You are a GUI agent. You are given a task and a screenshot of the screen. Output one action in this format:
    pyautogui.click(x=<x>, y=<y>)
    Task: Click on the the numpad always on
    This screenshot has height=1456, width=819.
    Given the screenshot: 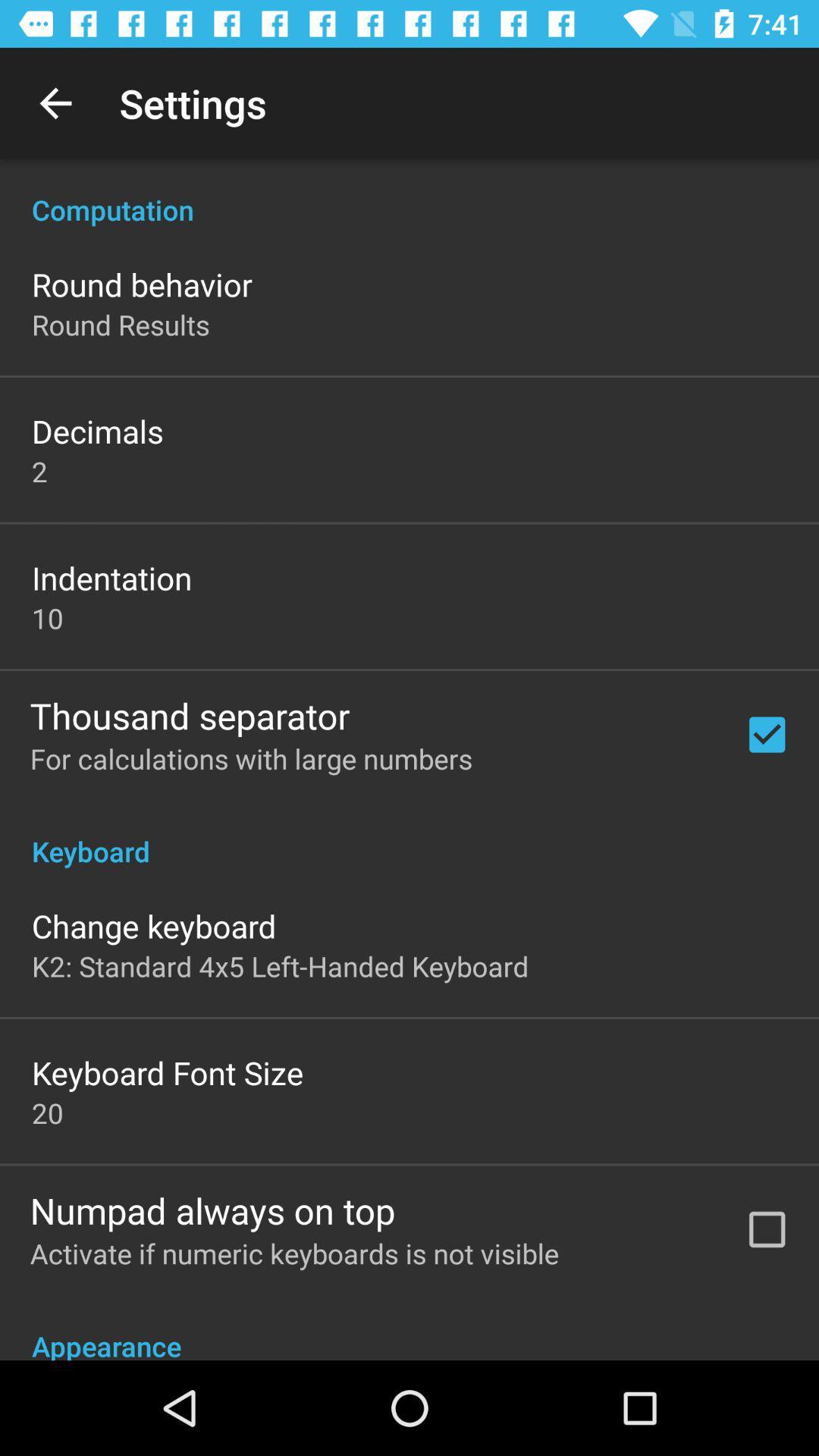 What is the action you would take?
    pyautogui.click(x=212, y=1210)
    